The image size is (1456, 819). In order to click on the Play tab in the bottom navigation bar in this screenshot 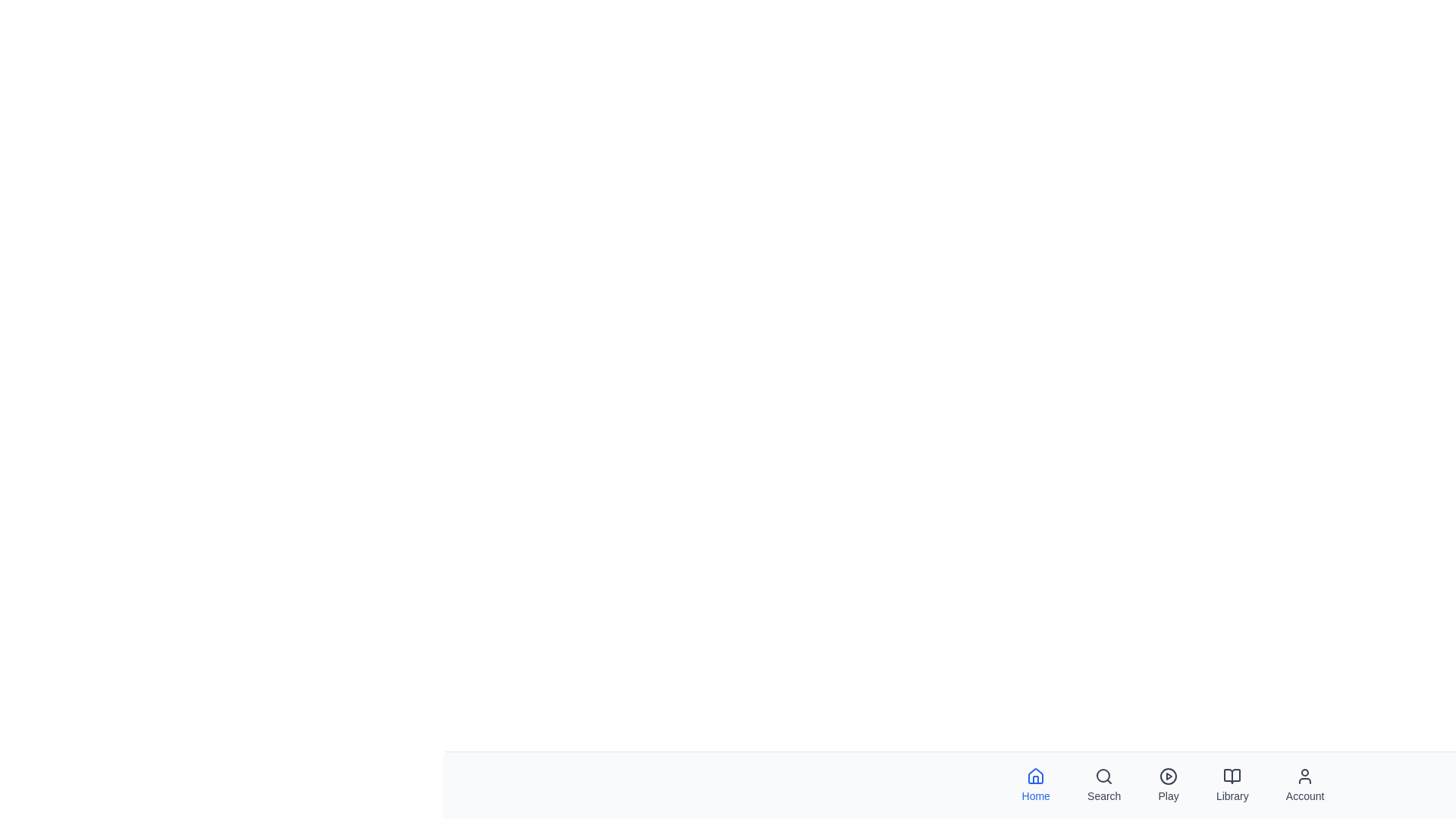, I will do `click(1168, 785)`.